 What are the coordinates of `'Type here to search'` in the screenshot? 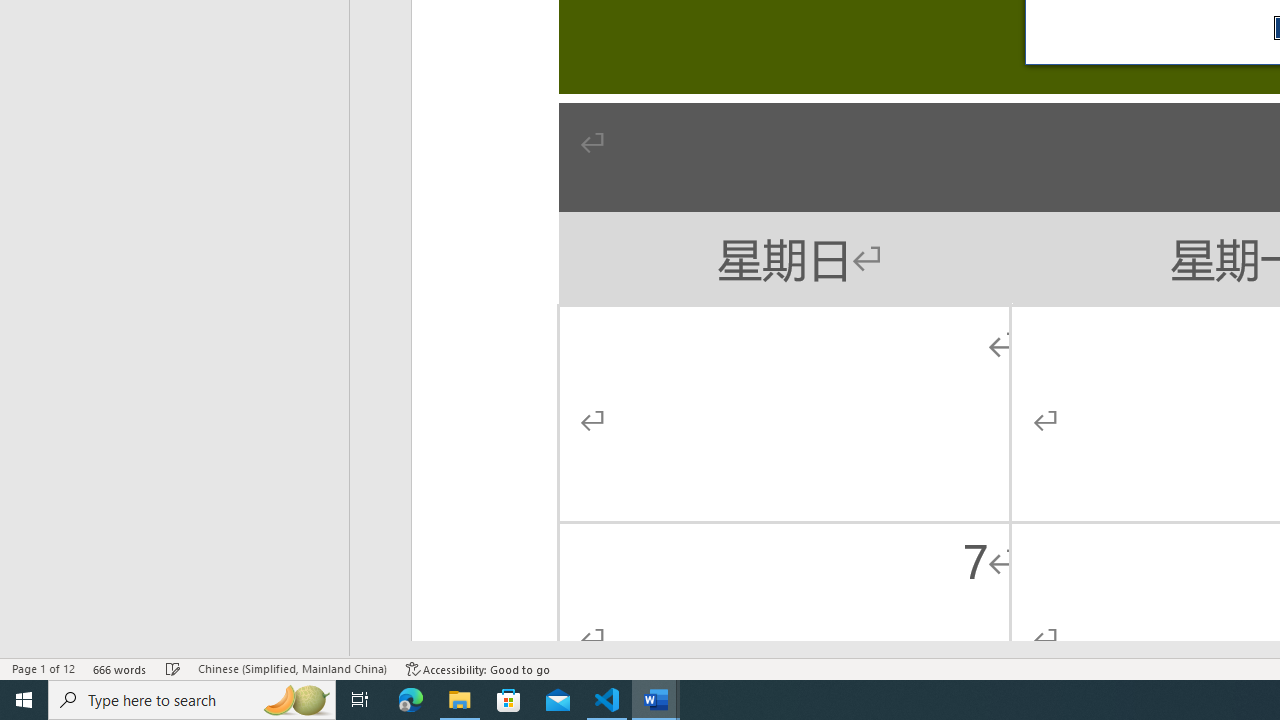 It's located at (192, 698).